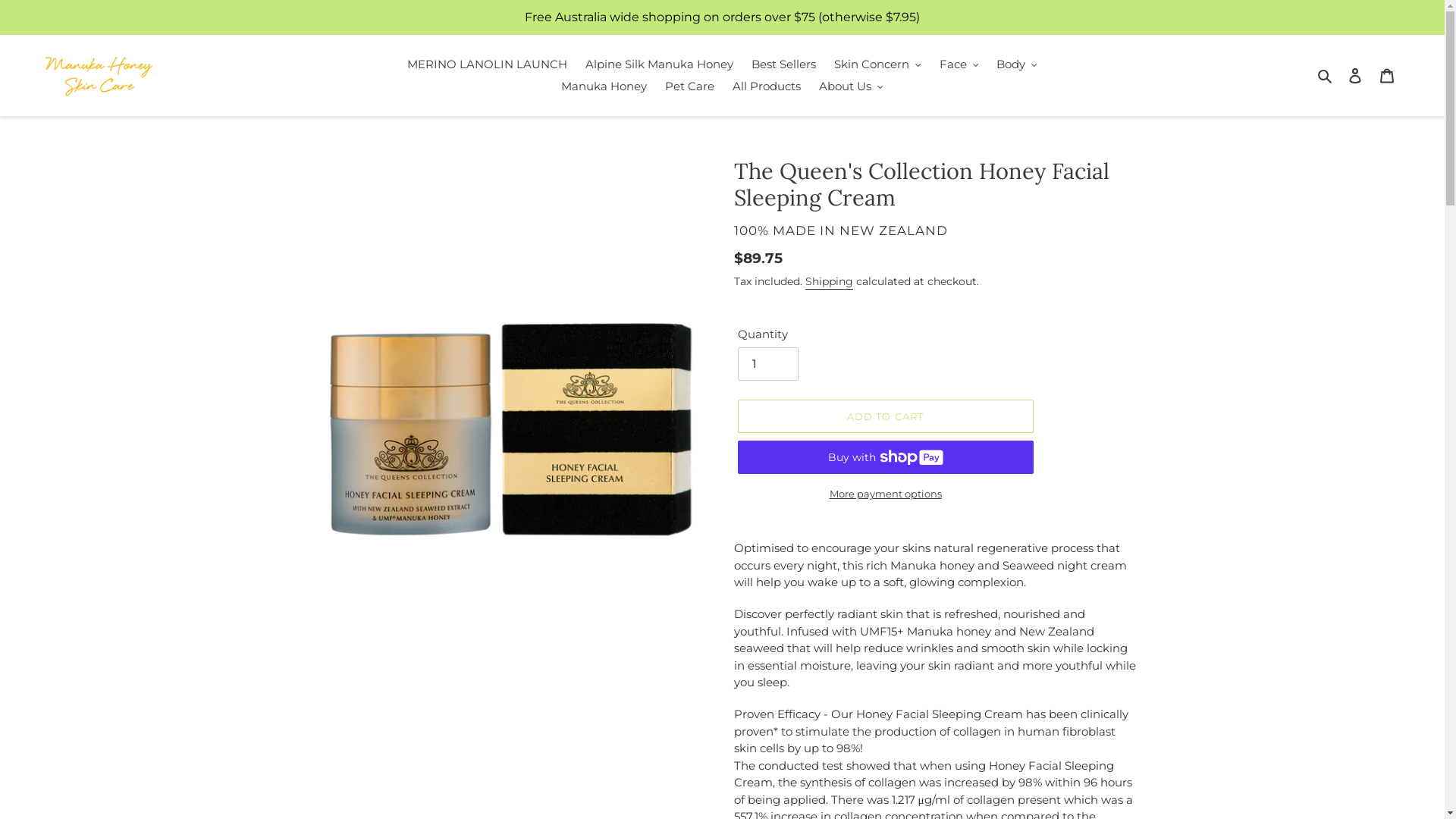  What do you see at coordinates (811, 86) in the screenshot?
I see `'About Us'` at bounding box center [811, 86].